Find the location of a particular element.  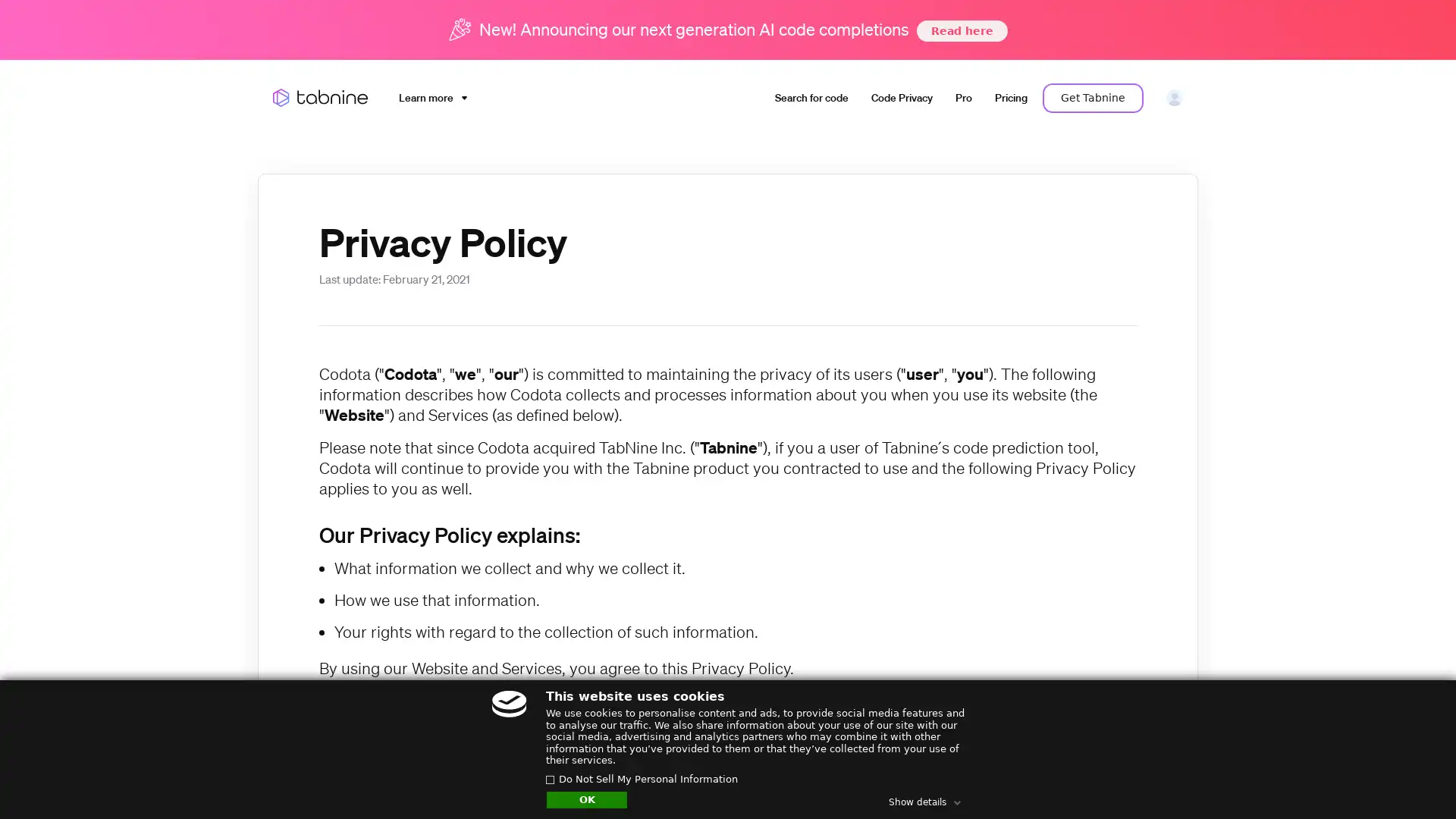

Get Tabnine is located at coordinates (1093, 97).